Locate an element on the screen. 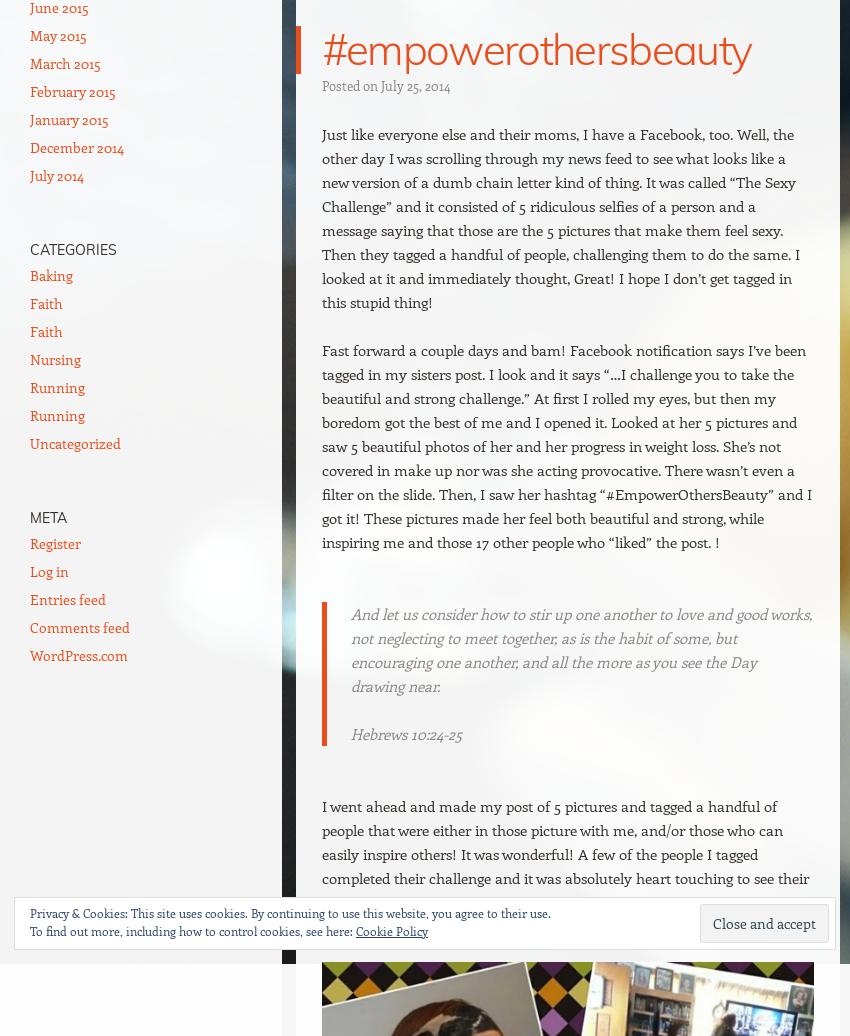 The image size is (850, 1036). 'February 2015' is located at coordinates (73, 91).